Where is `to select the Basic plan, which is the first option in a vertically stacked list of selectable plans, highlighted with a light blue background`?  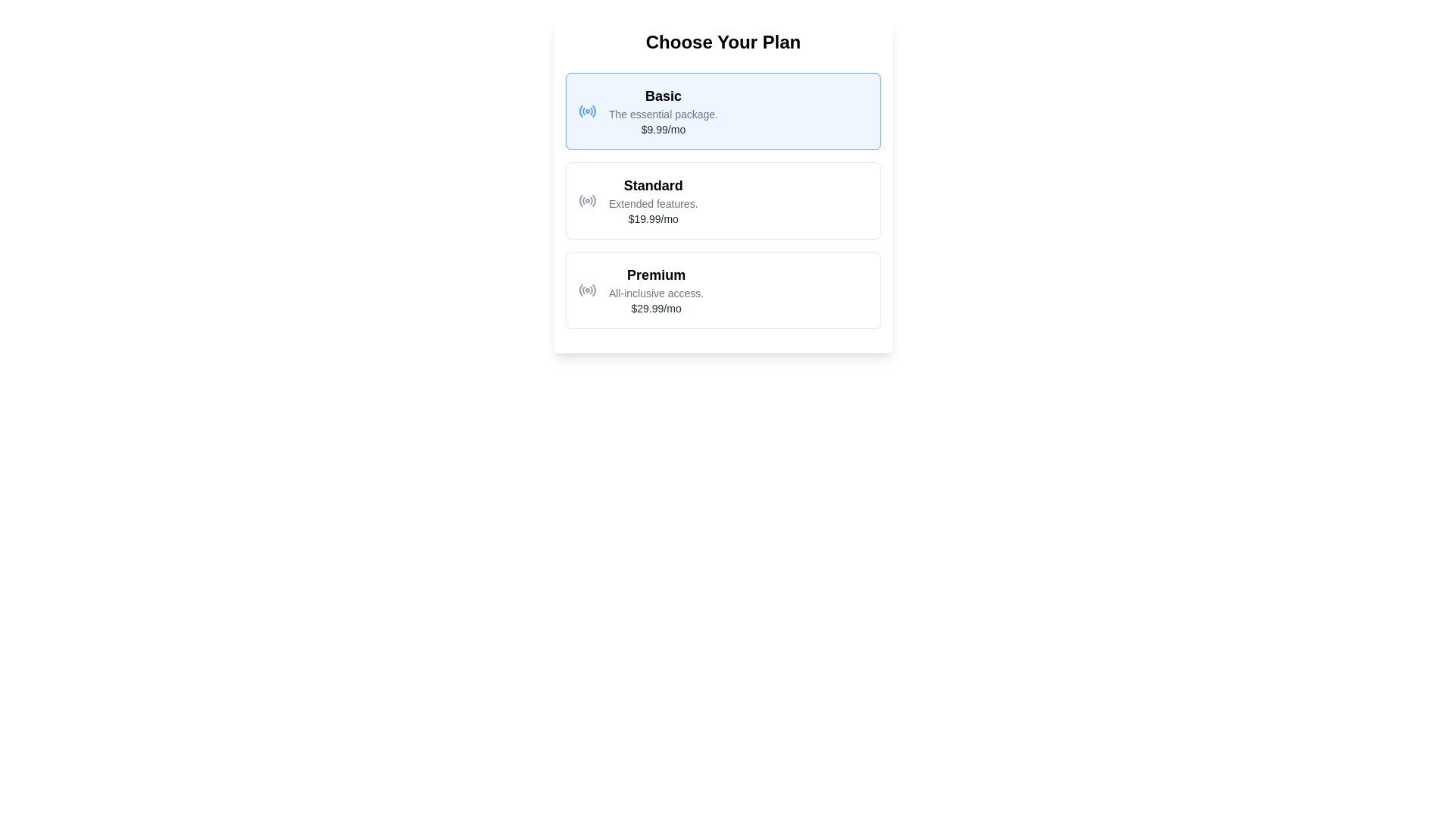
to select the Basic plan, which is the first option in a vertically stacked list of selectable plans, highlighted with a light blue background is located at coordinates (662, 110).